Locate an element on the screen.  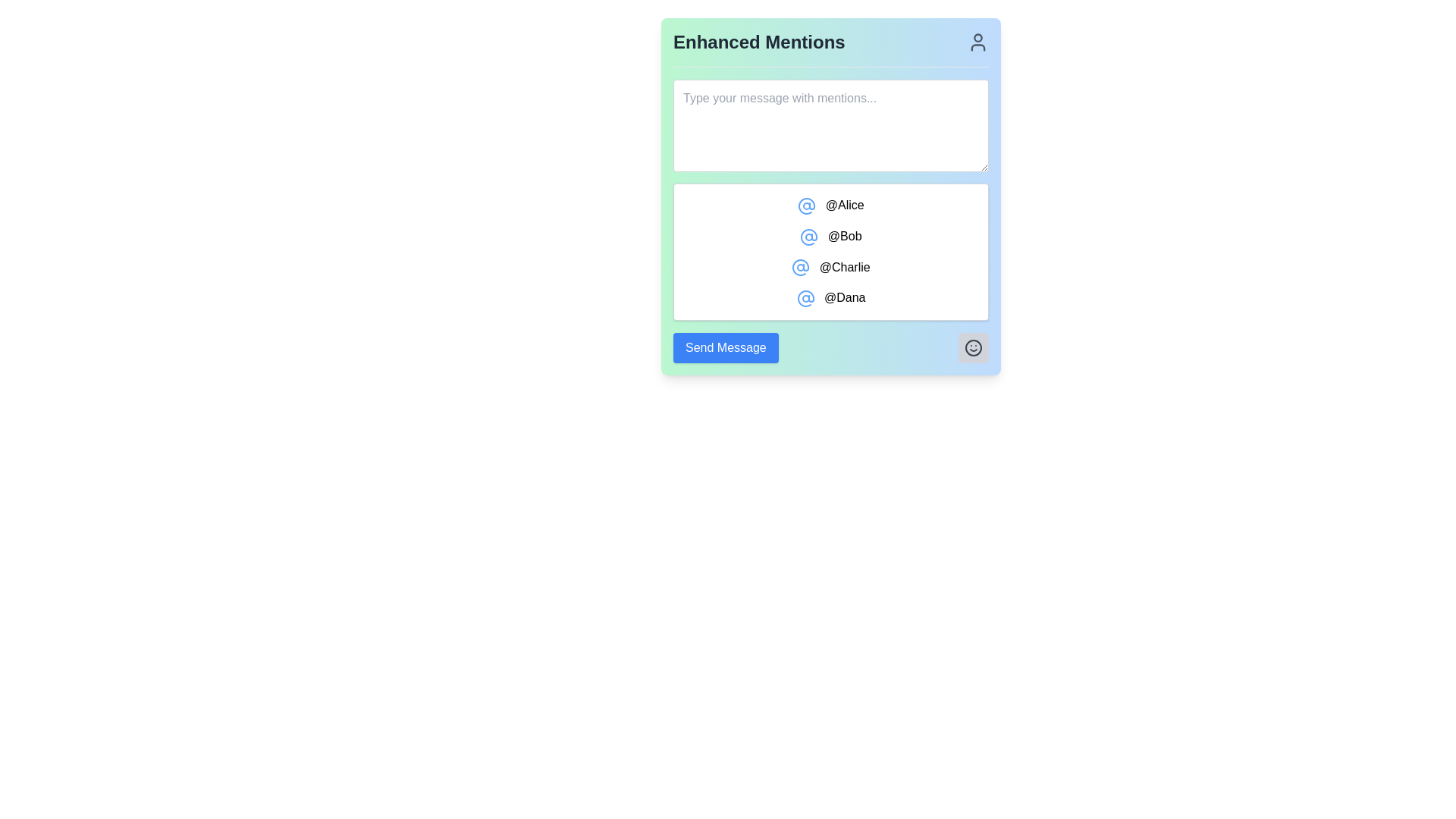
the selectable list item containing the username '@Bob' is located at coordinates (830, 237).